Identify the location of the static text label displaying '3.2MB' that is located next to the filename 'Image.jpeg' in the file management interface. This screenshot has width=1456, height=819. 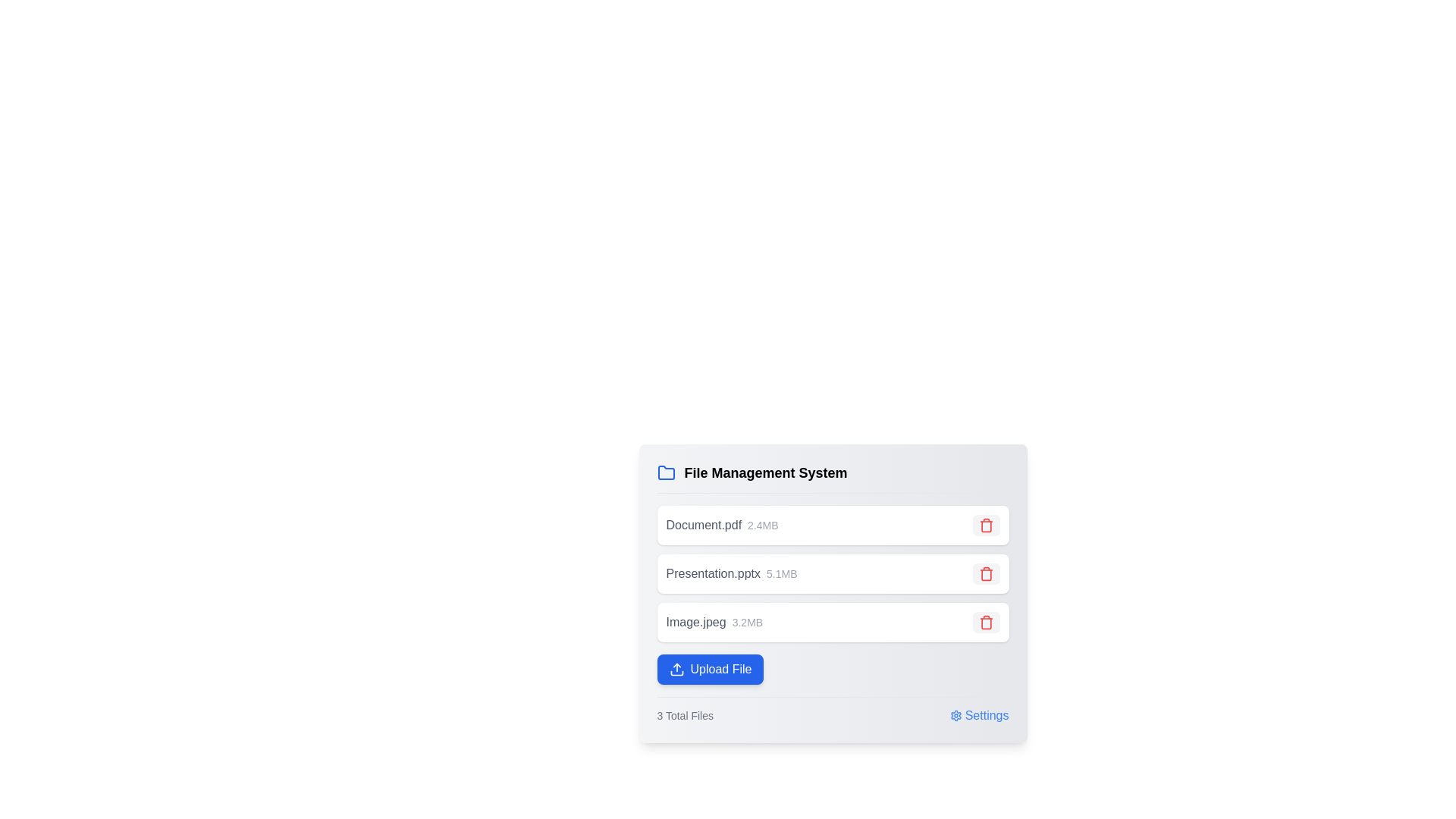
(747, 623).